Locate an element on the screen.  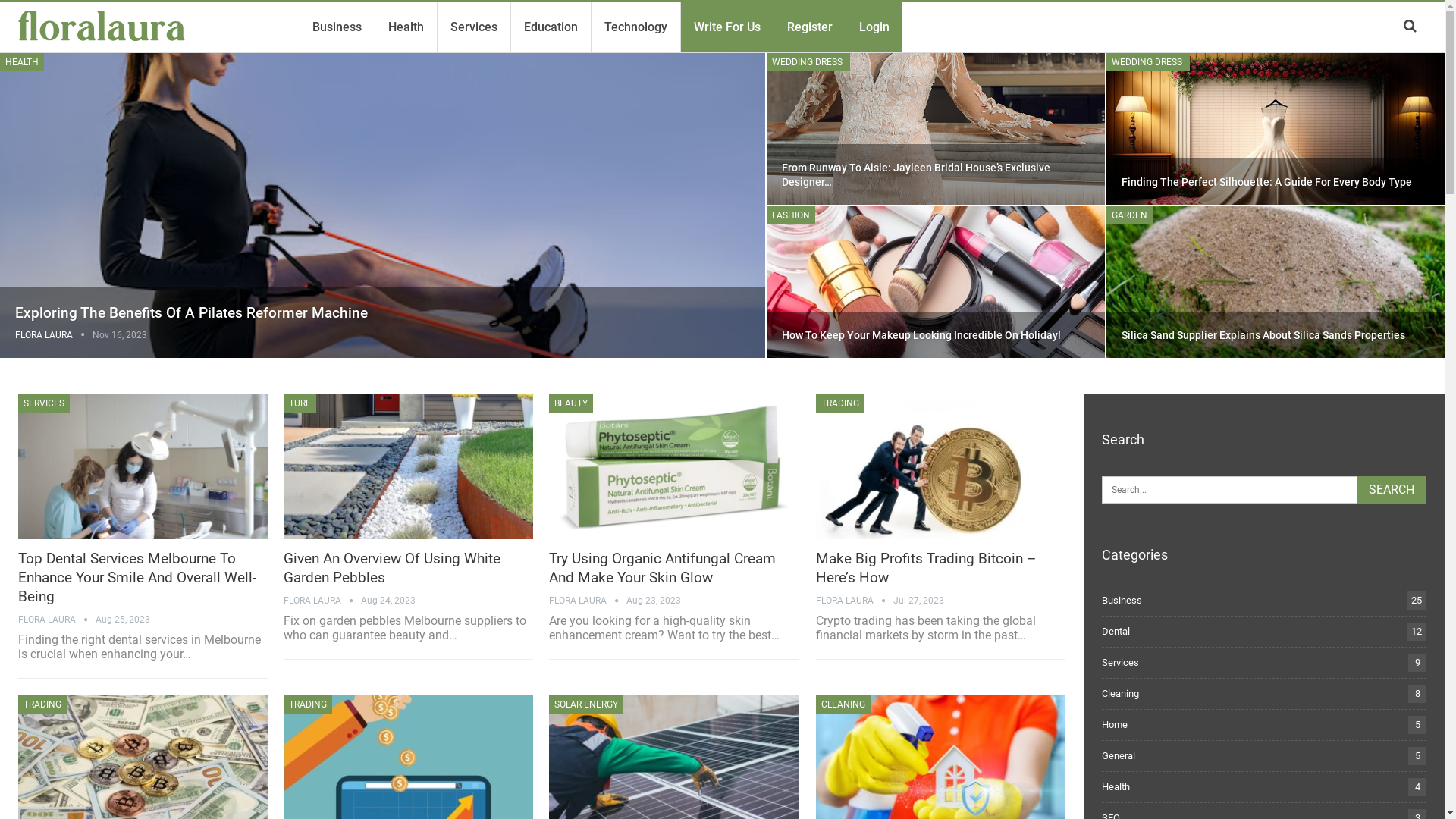
'Dental is located at coordinates (1116, 631).